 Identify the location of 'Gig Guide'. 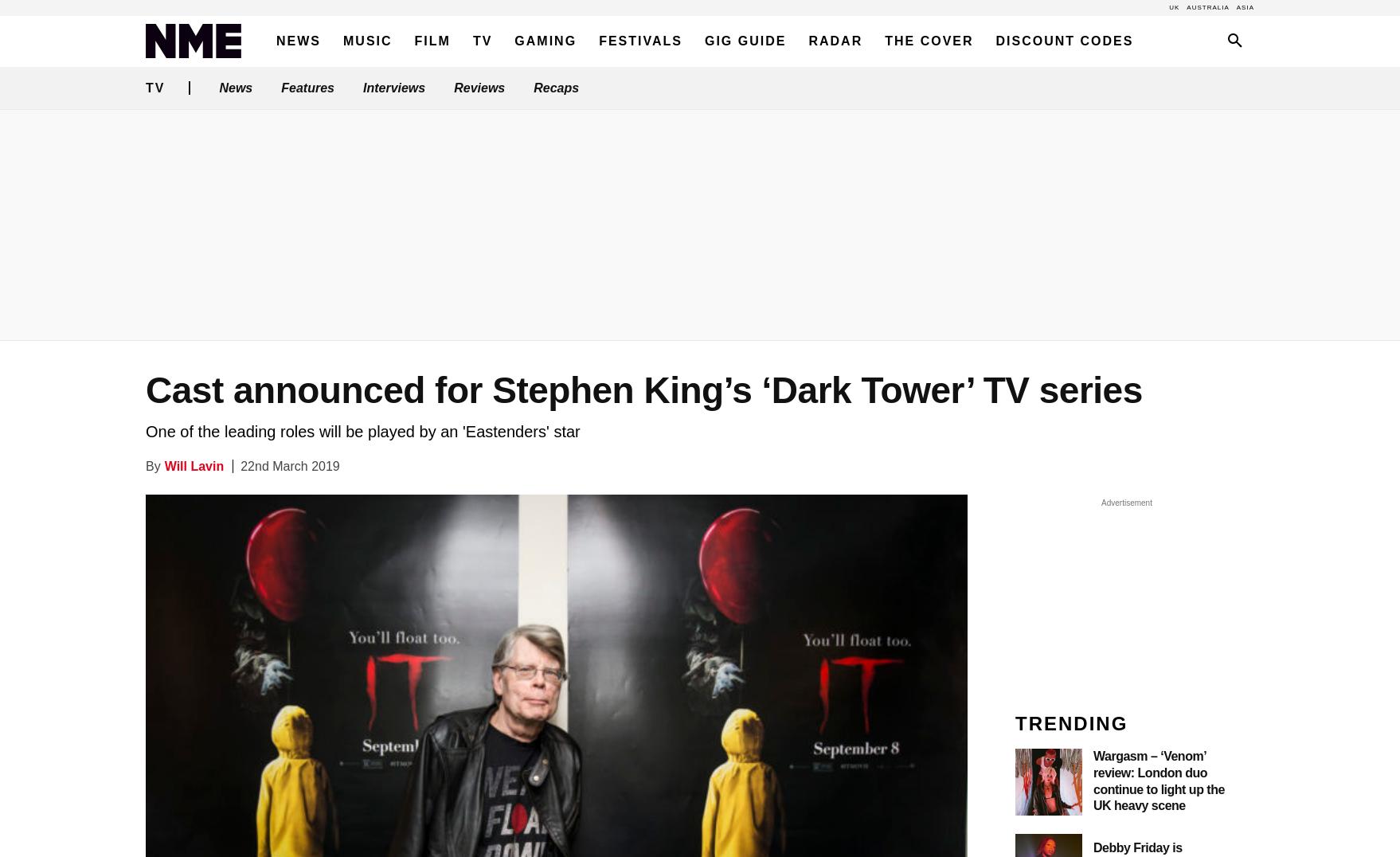
(703, 41).